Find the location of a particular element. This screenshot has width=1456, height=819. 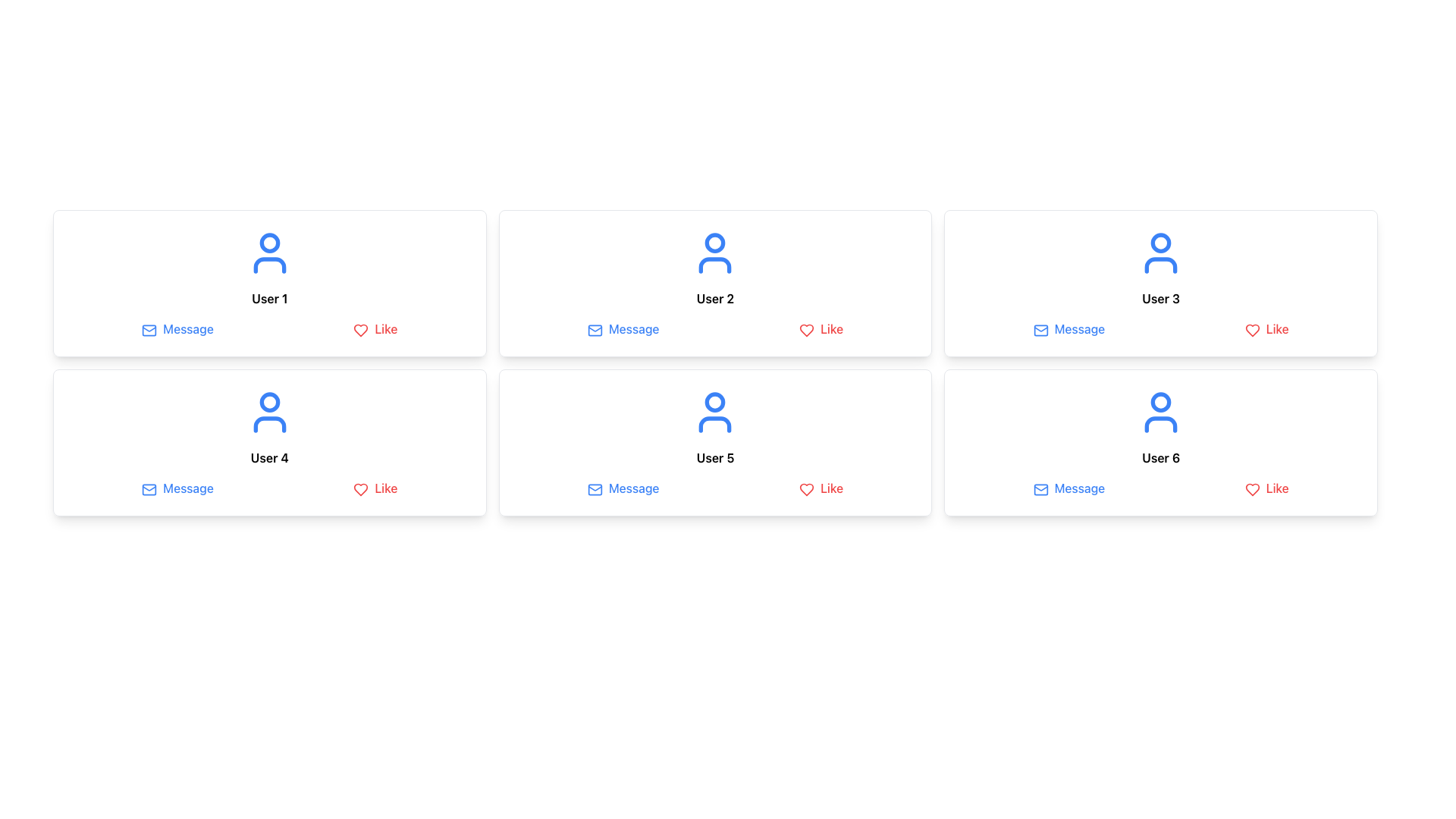

the lower outline of the user icon representing 'User 4' in the card layout is located at coordinates (269, 424).